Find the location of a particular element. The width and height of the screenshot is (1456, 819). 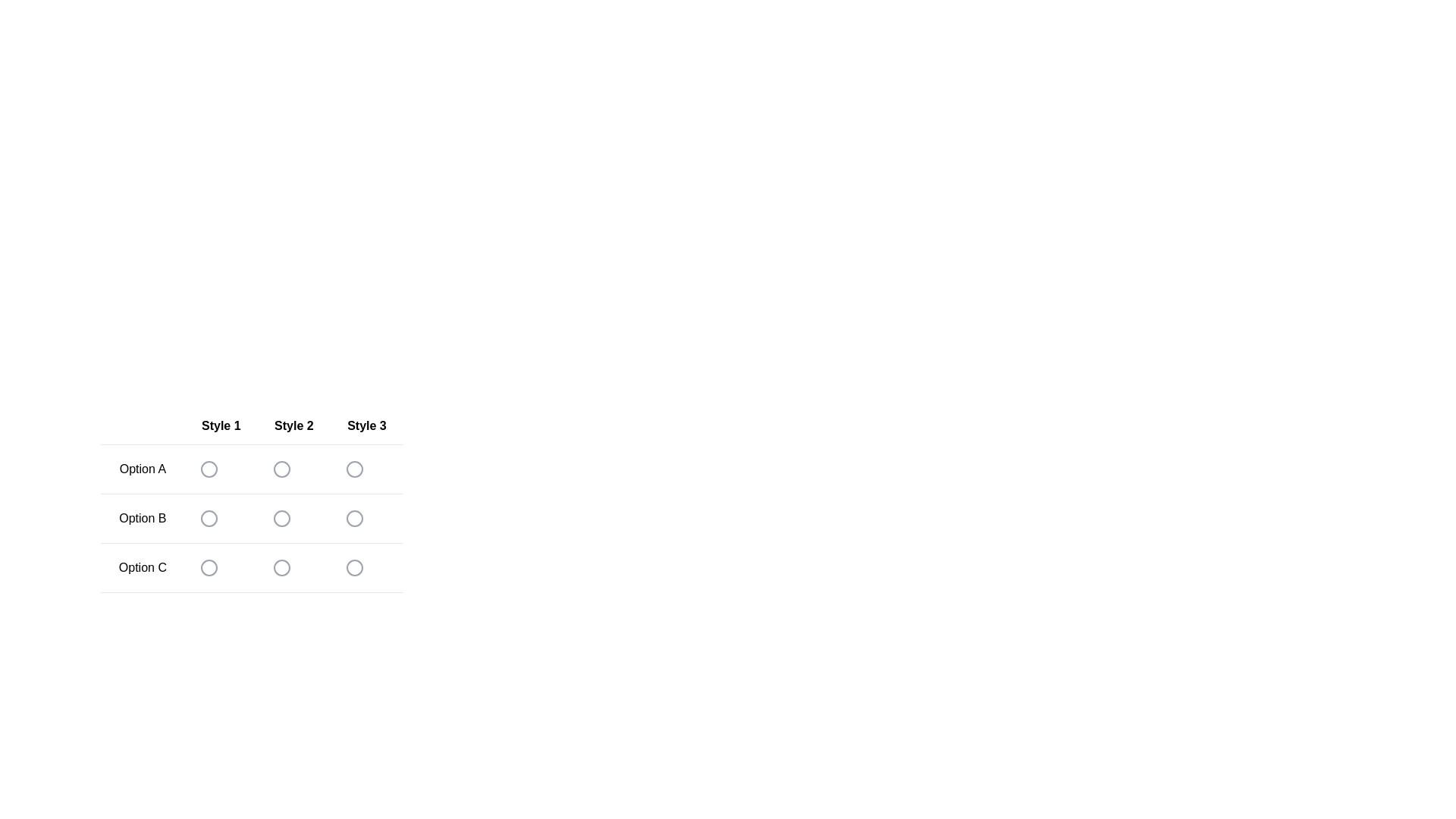

the center of the circular radio button marker under the label 'Style 3' and aligned with 'Option A' is located at coordinates (353, 468).